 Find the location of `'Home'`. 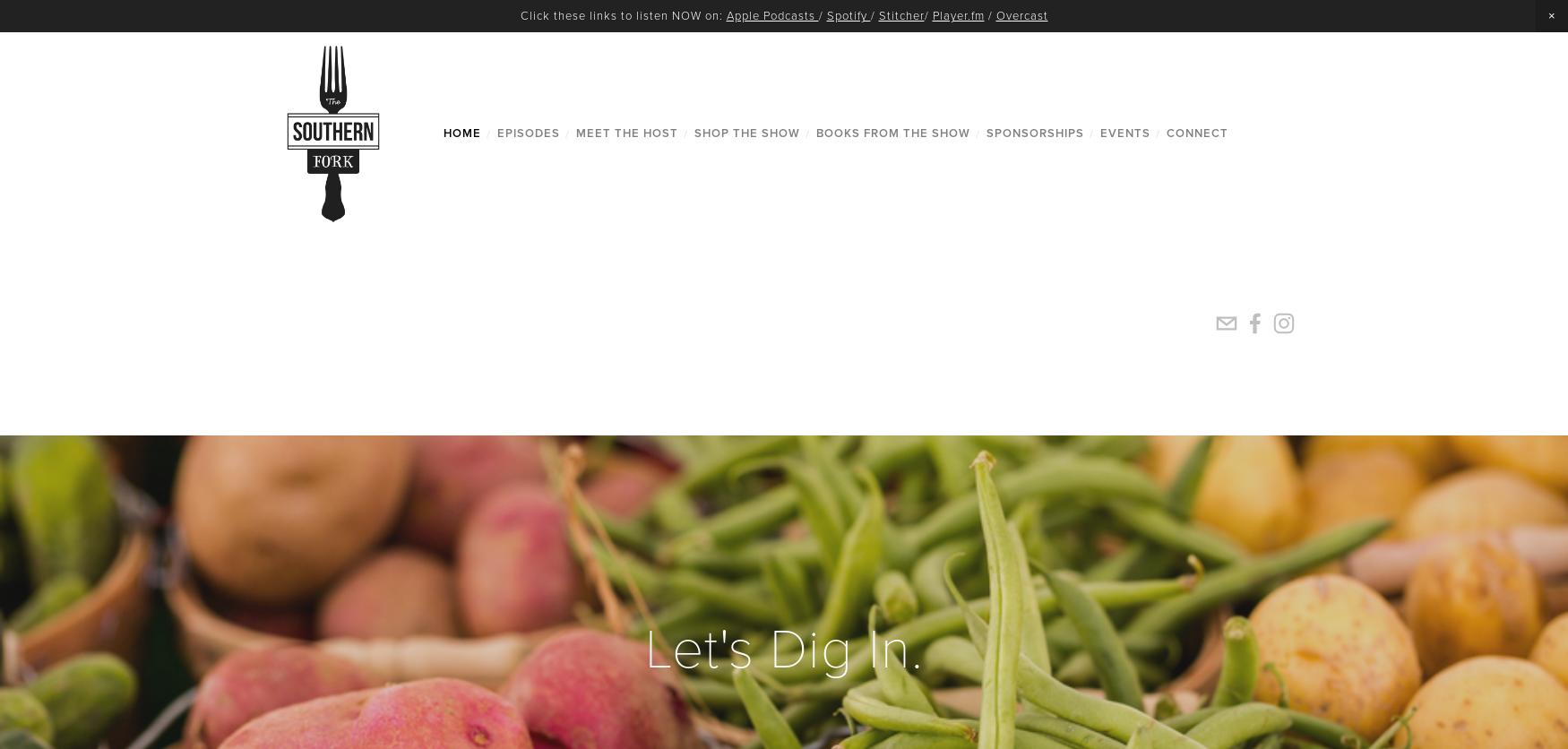

'Home' is located at coordinates (443, 132).